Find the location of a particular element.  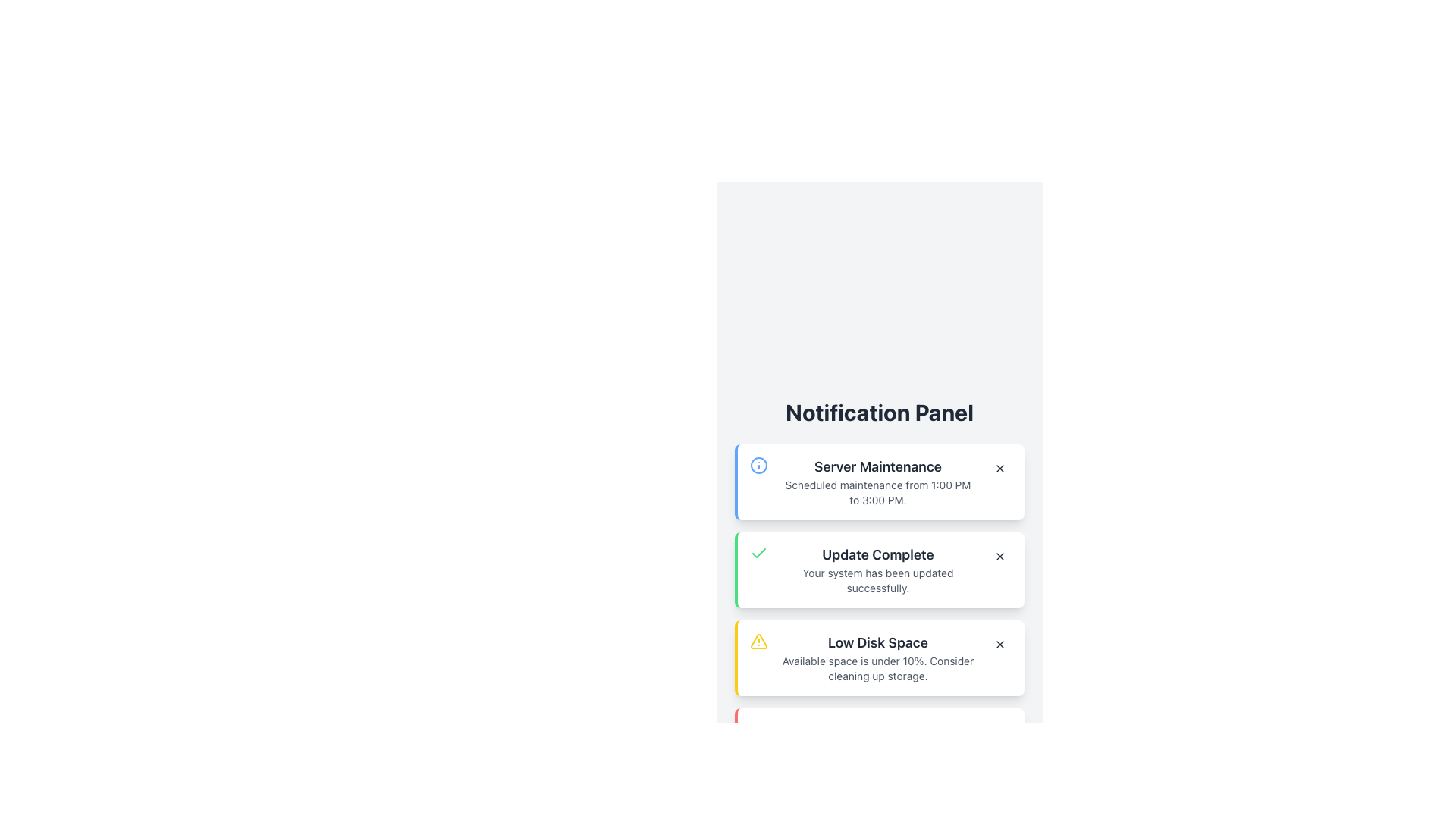

the close button icon for the notification labeled 'Update Complete' is located at coordinates (1000, 556).